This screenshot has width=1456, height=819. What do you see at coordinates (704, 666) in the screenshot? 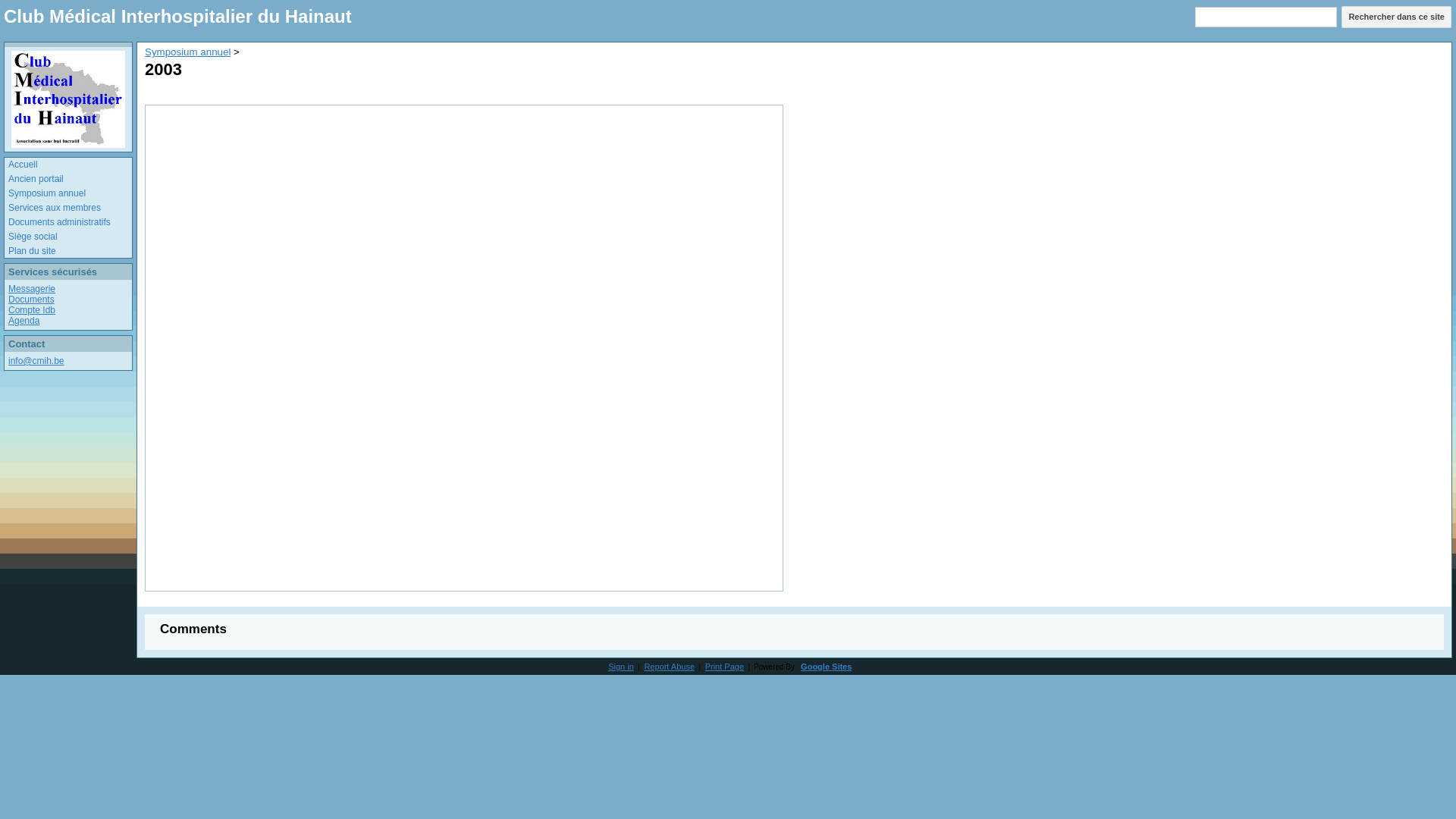
I see `'Print Page'` at bounding box center [704, 666].